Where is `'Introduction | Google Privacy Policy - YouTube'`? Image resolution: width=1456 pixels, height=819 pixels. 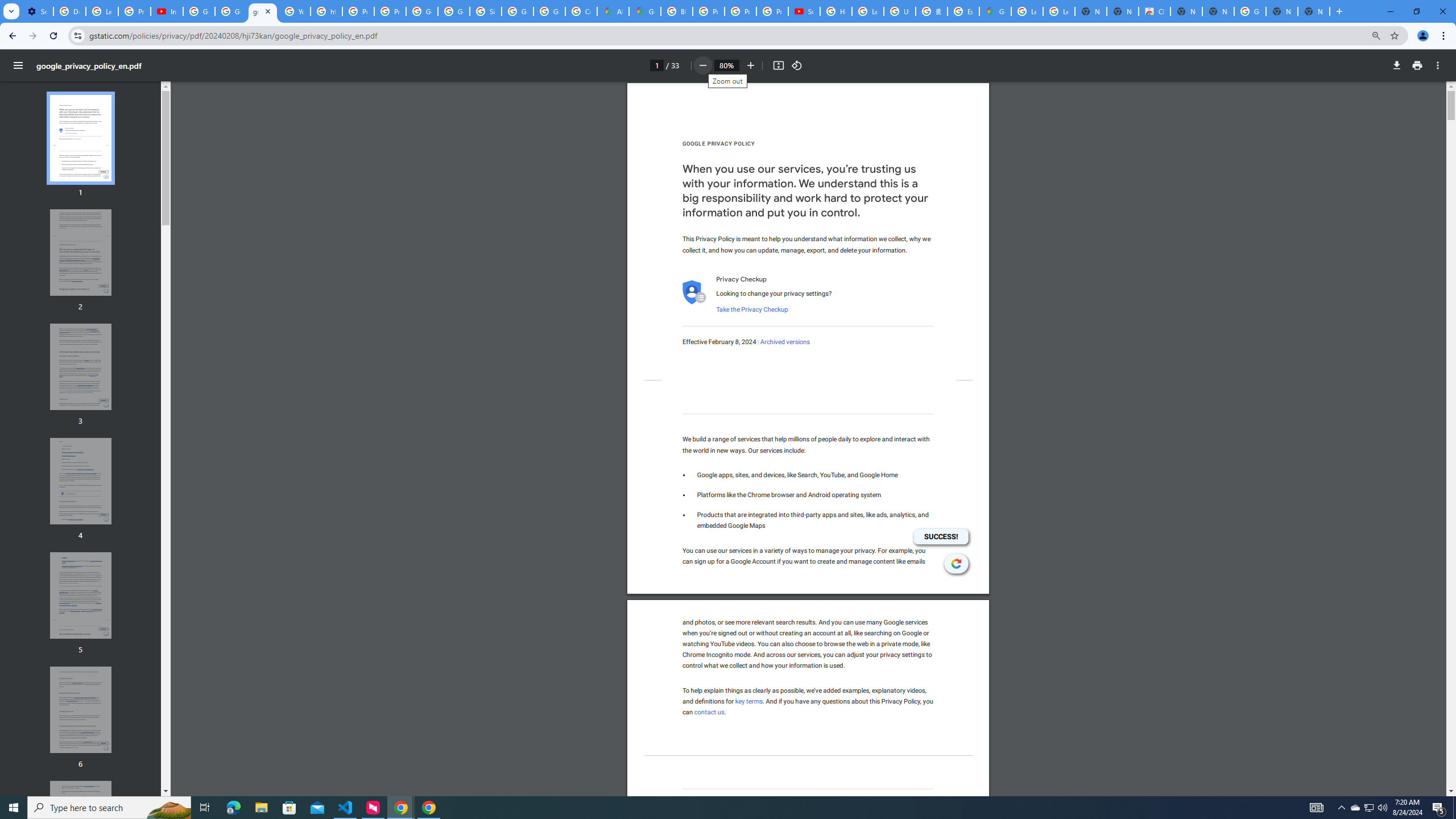 'Introduction | Google Privacy Policy - YouTube' is located at coordinates (167, 11).